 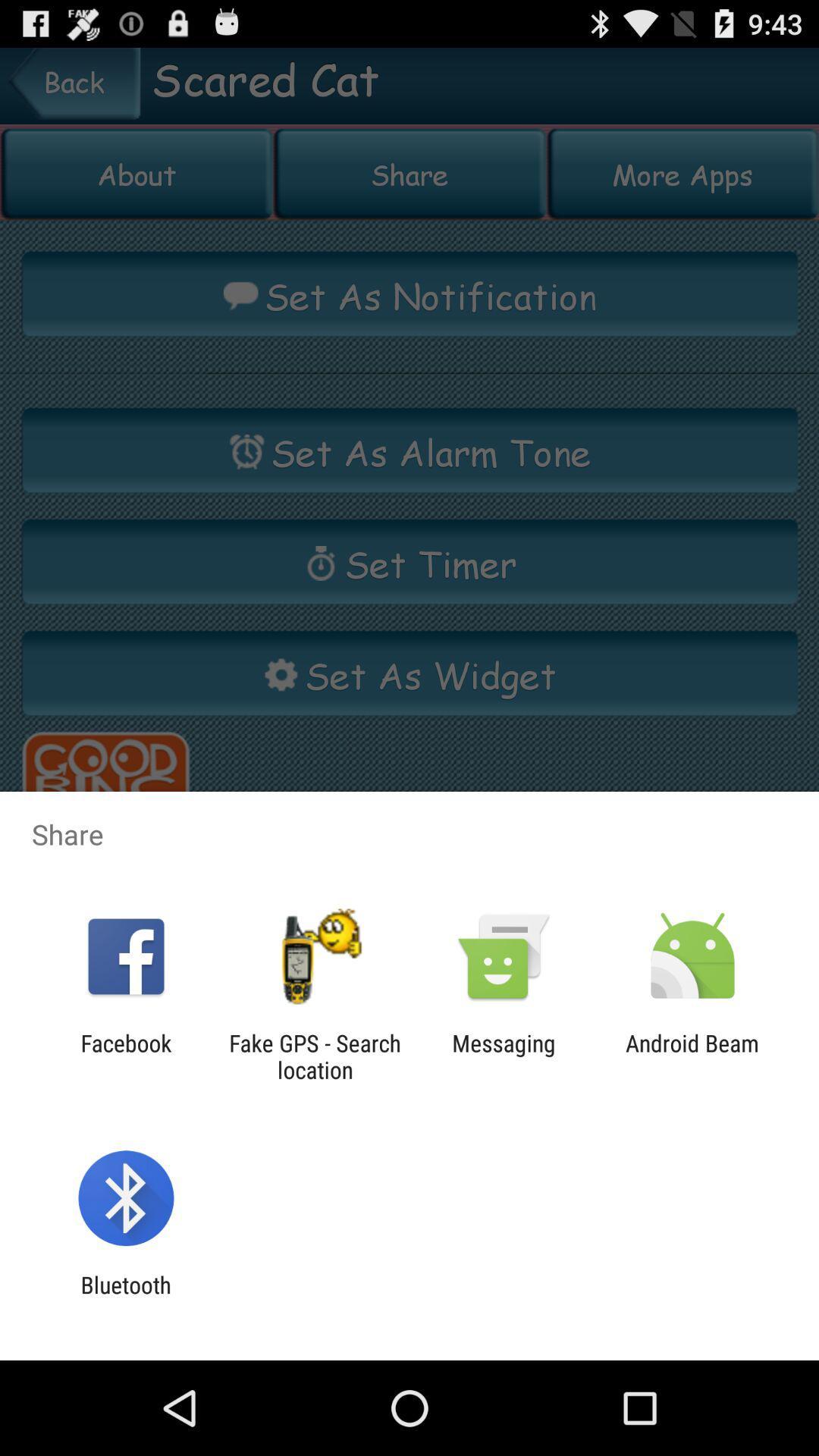 I want to click on the messaging app, so click(x=504, y=1056).